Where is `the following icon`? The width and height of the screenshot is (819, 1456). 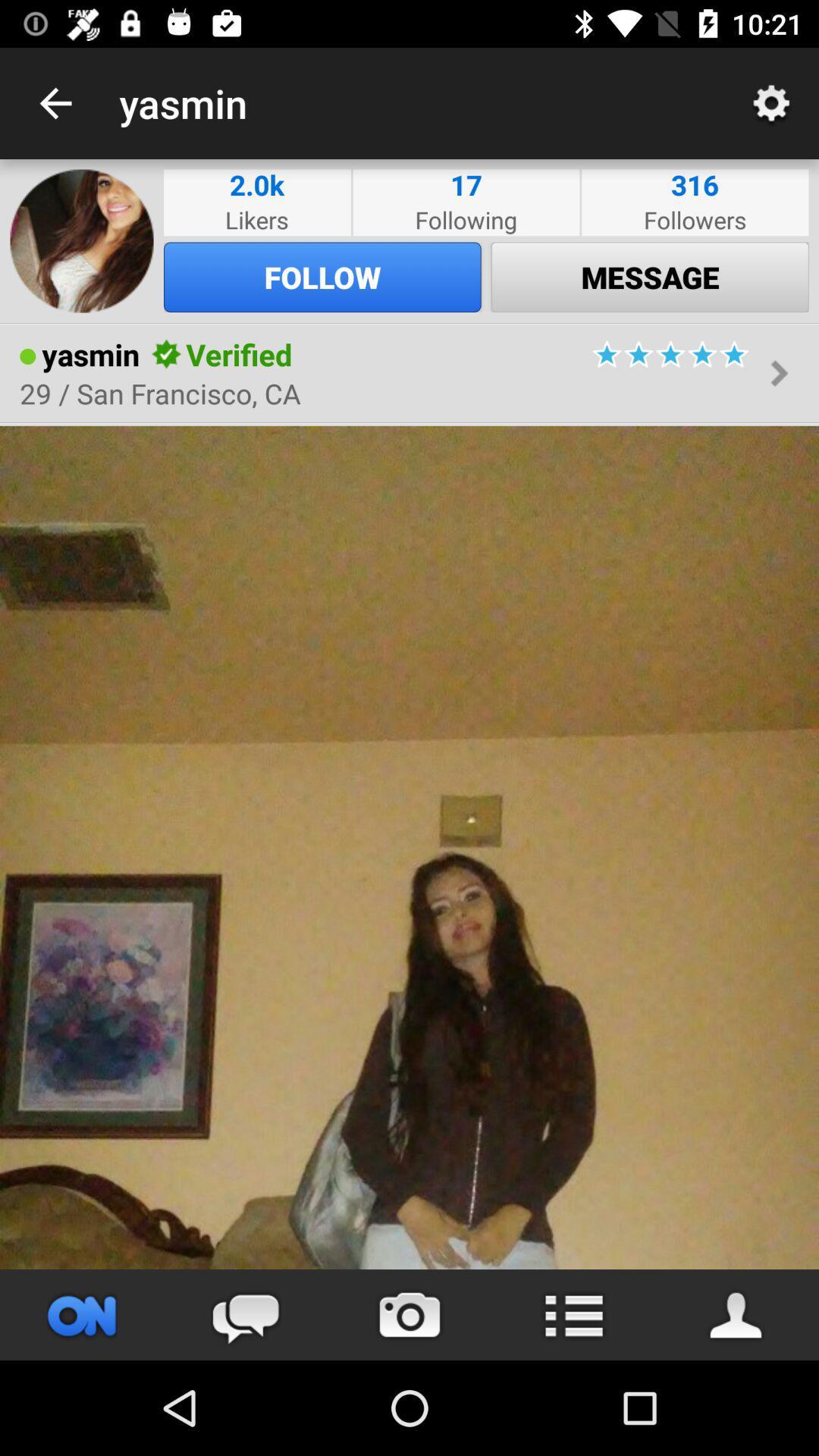
the following icon is located at coordinates (465, 218).